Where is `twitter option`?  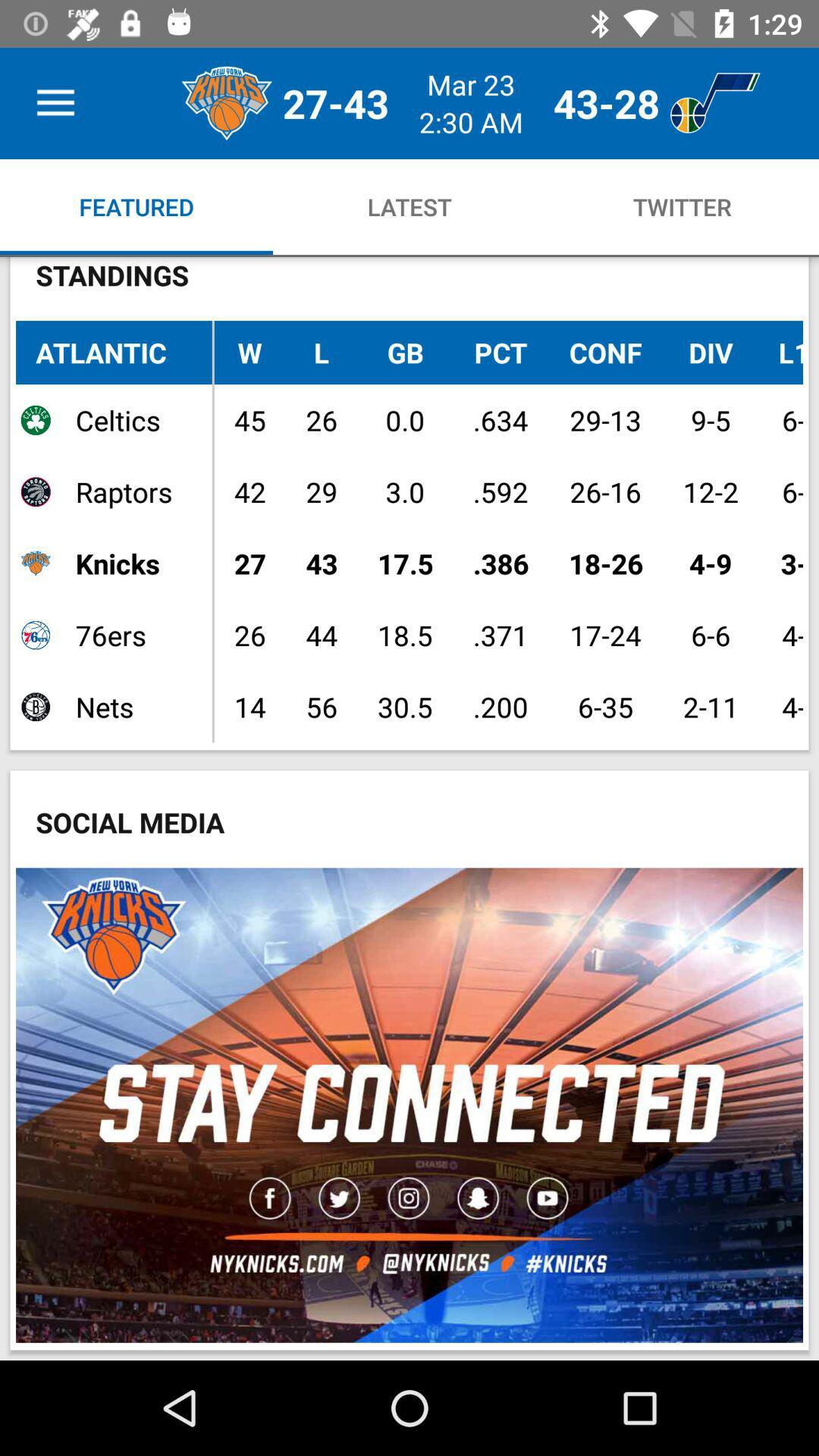 twitter option is located at coordinates (681, 206).